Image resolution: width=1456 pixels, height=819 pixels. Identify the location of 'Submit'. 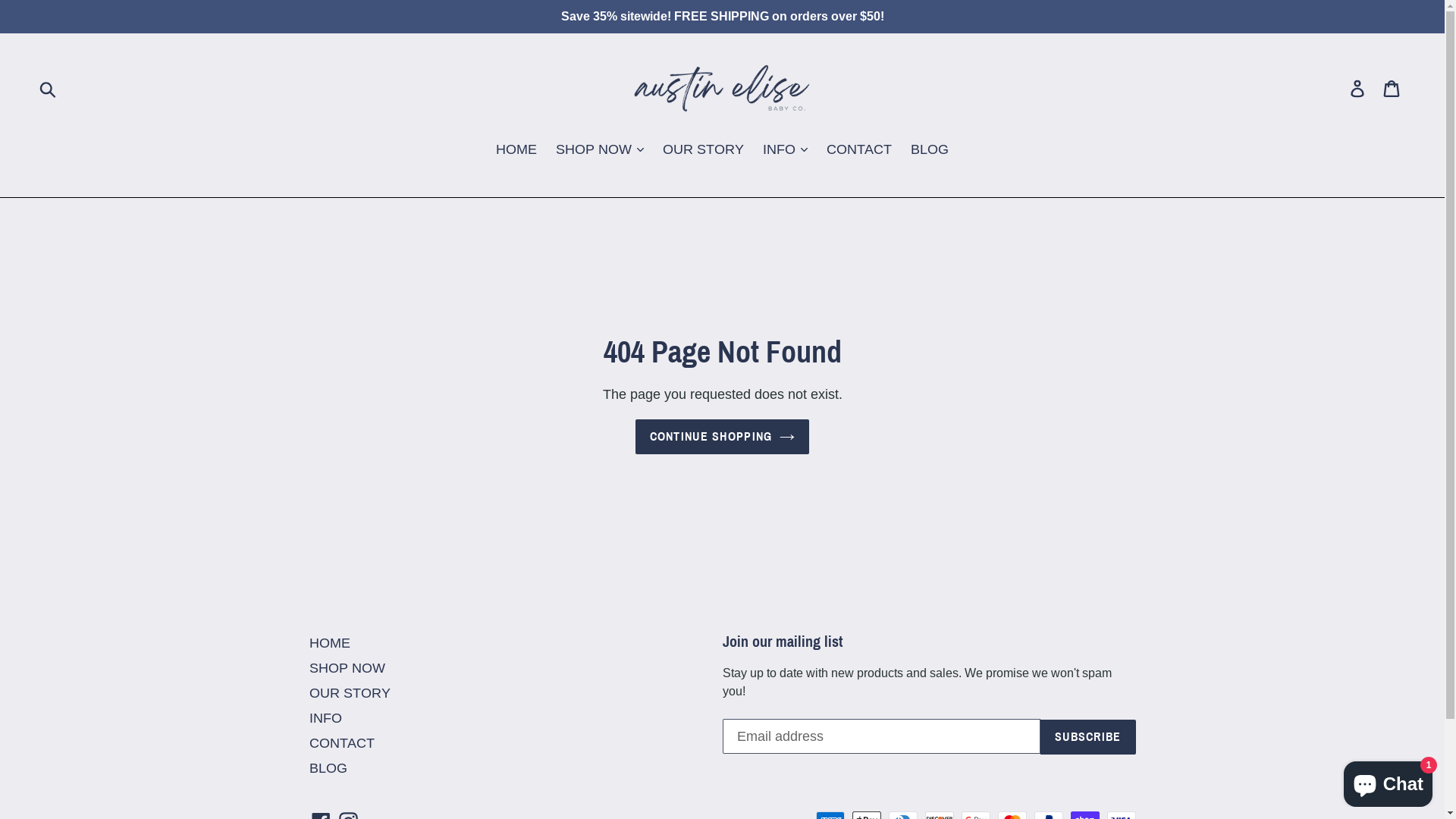
(49, 87).